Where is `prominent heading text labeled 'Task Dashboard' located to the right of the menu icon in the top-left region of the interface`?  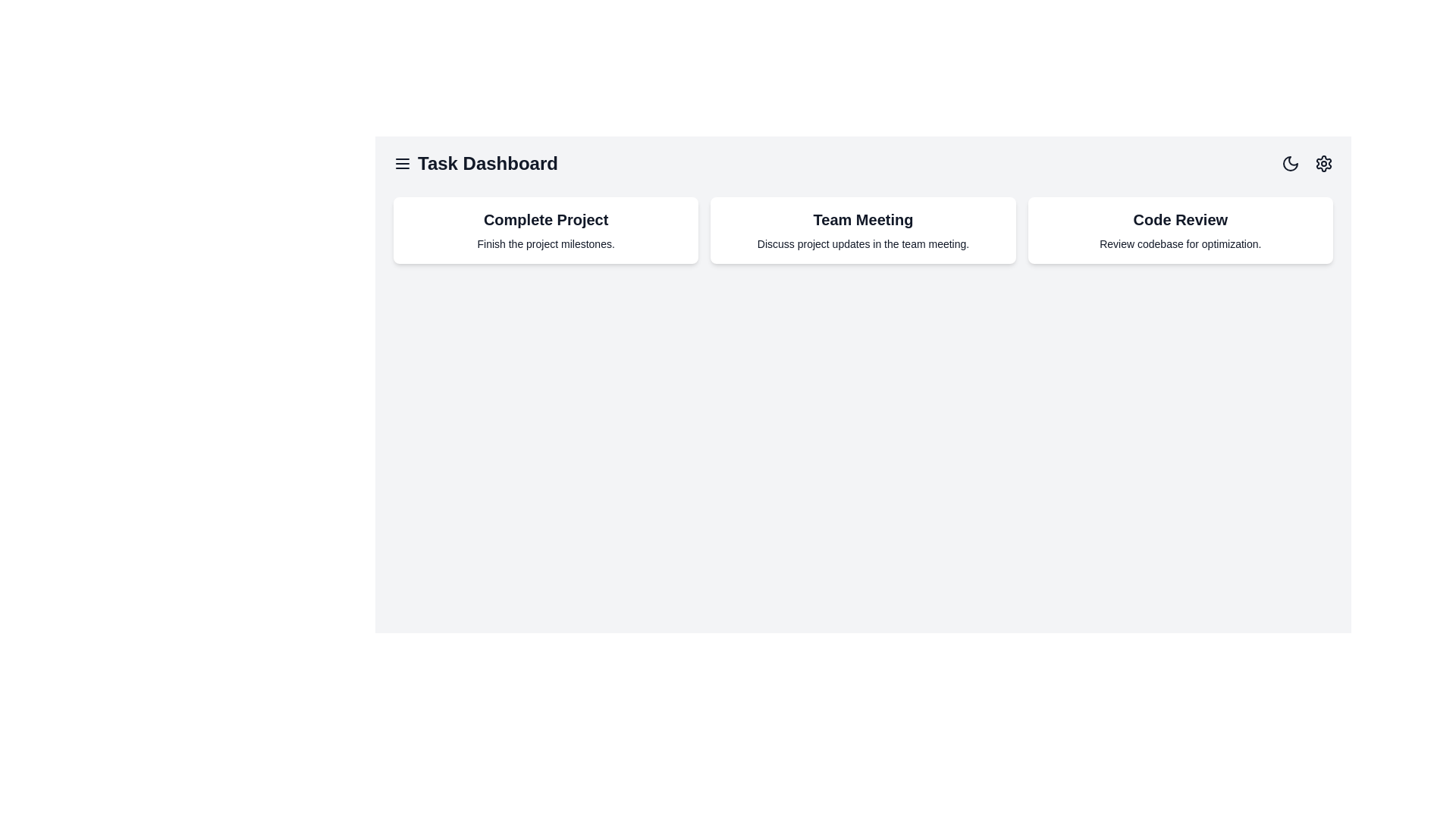
prominent heading text labeled 'Task Dashboard' located to the right of the menu icon in the top-left region of the interface is located at coordinates (488, 164).